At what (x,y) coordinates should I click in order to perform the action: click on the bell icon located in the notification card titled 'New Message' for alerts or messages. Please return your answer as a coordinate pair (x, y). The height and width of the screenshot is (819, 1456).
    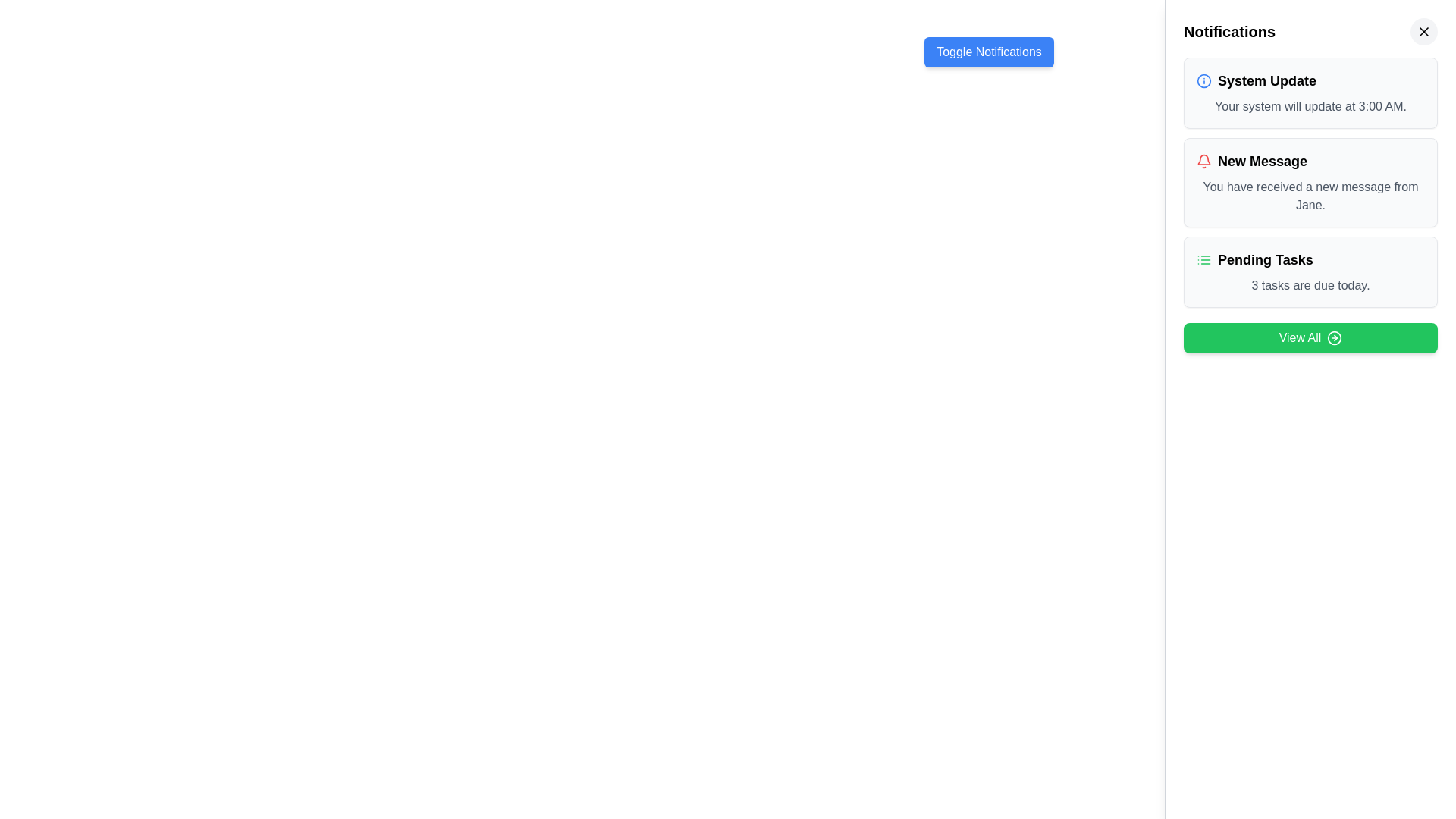
    Looking at the image, I should click on (1203, 161).